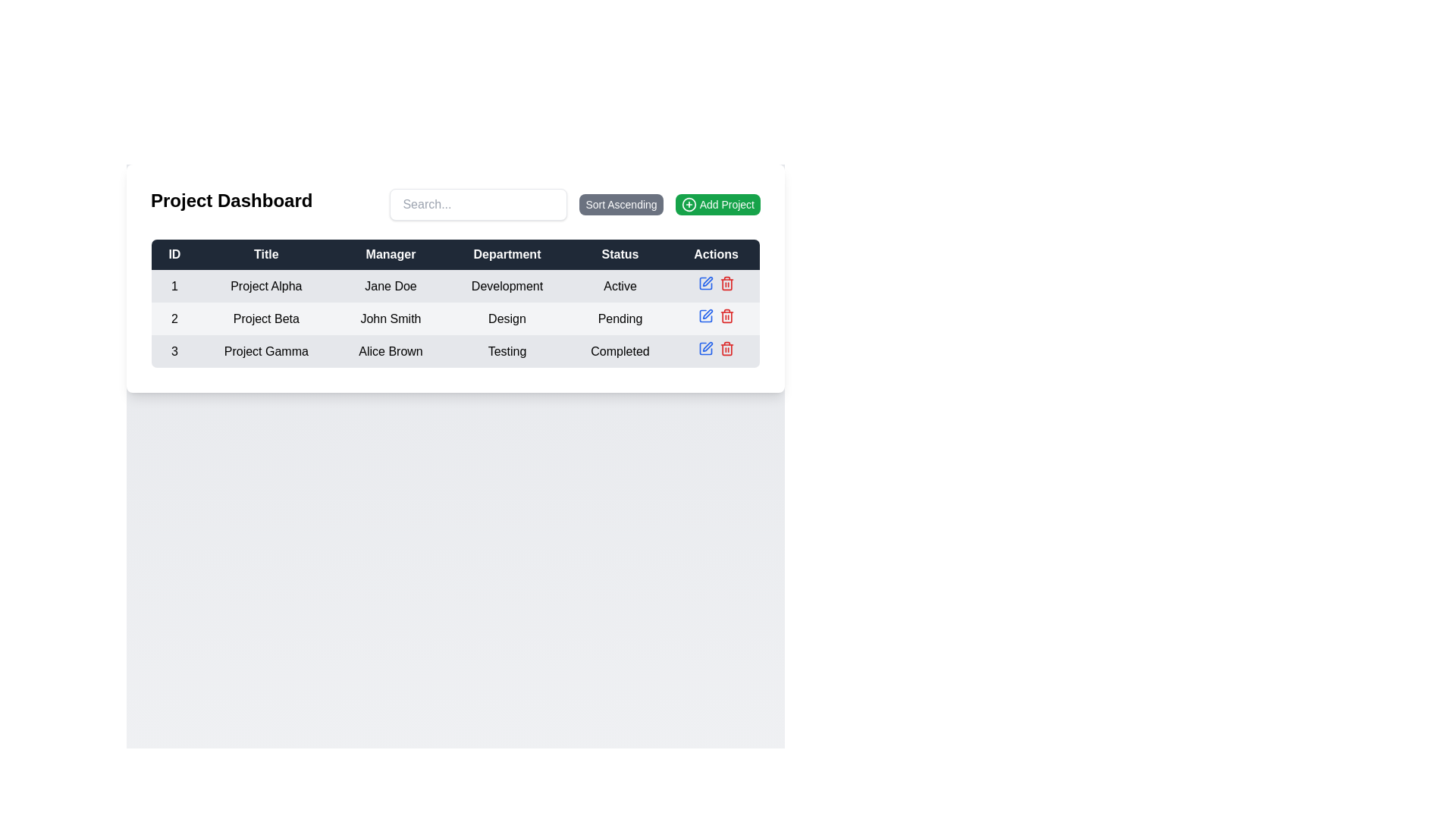  Describe the element at coordinates (266, 286) in the screenshot. I see `the text label representing the title of the project named 'Project Alpha', which is located in the second column of the first row of a tabular layout` at that location.